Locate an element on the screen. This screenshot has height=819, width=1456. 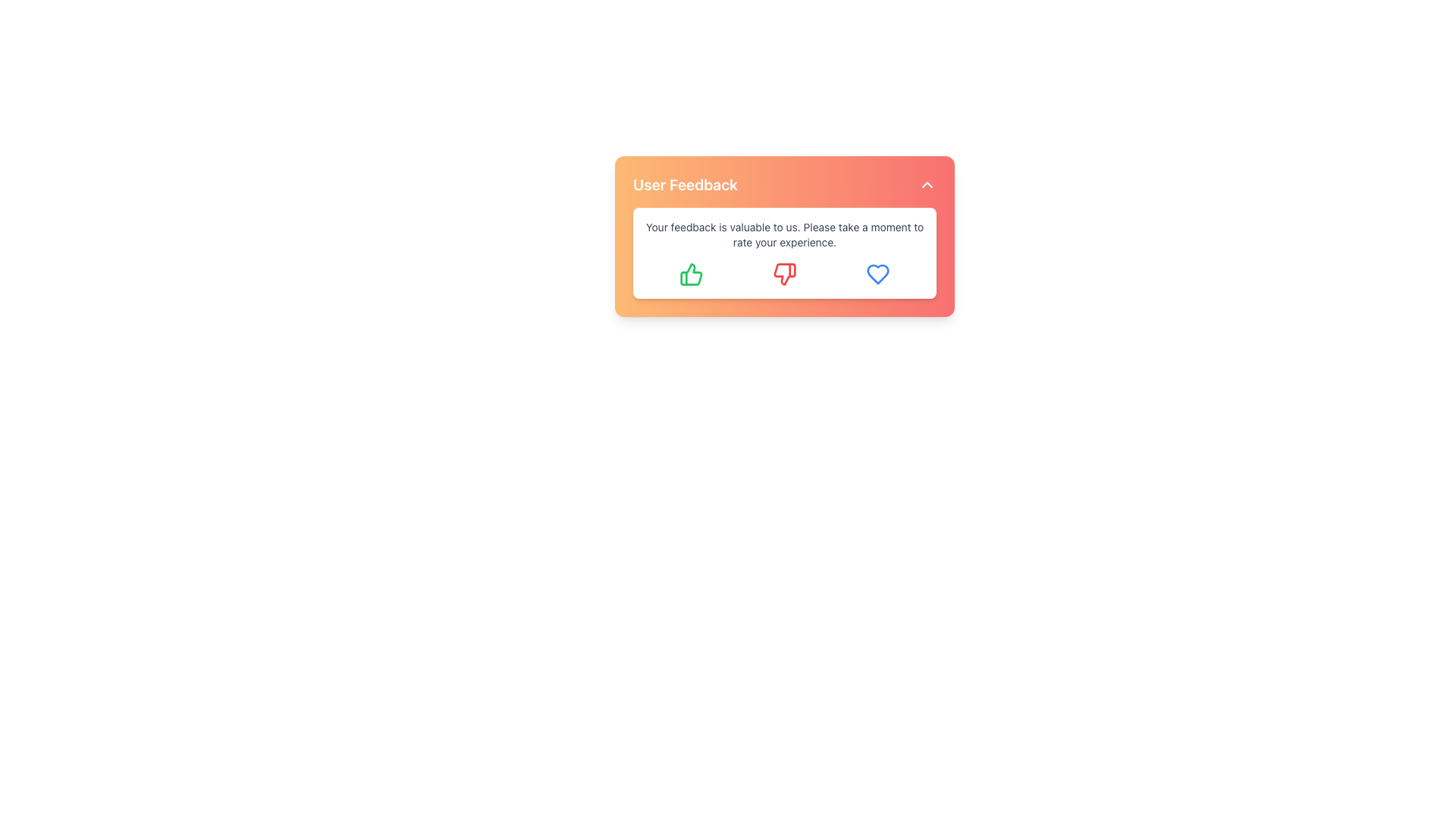
the green thumbs-up icon button located in the 'User Feedback' section is located at coordinates (691, 275).